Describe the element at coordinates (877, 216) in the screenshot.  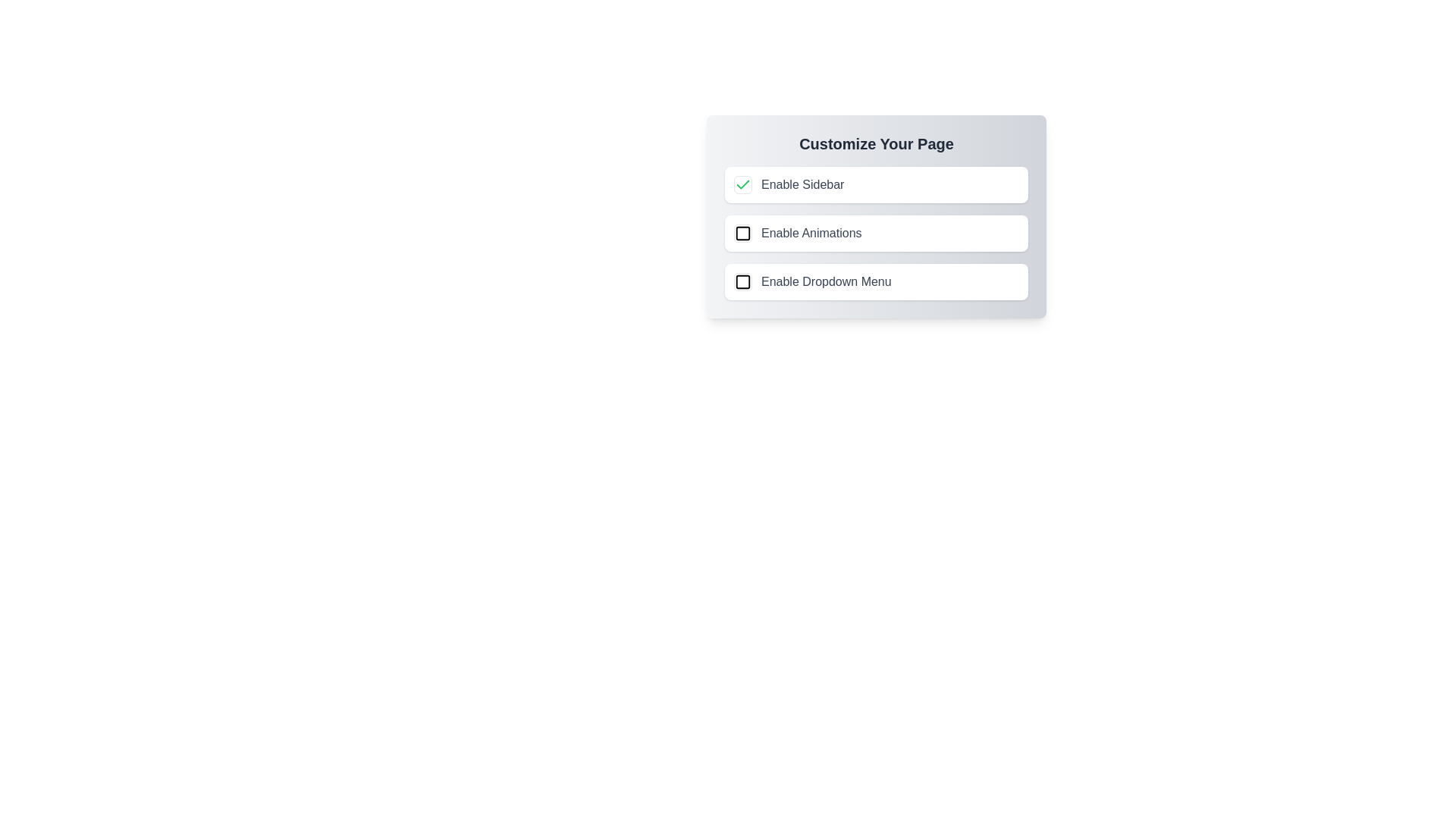
I see `the checkbox labeled 'Enable Animations'` at that location.